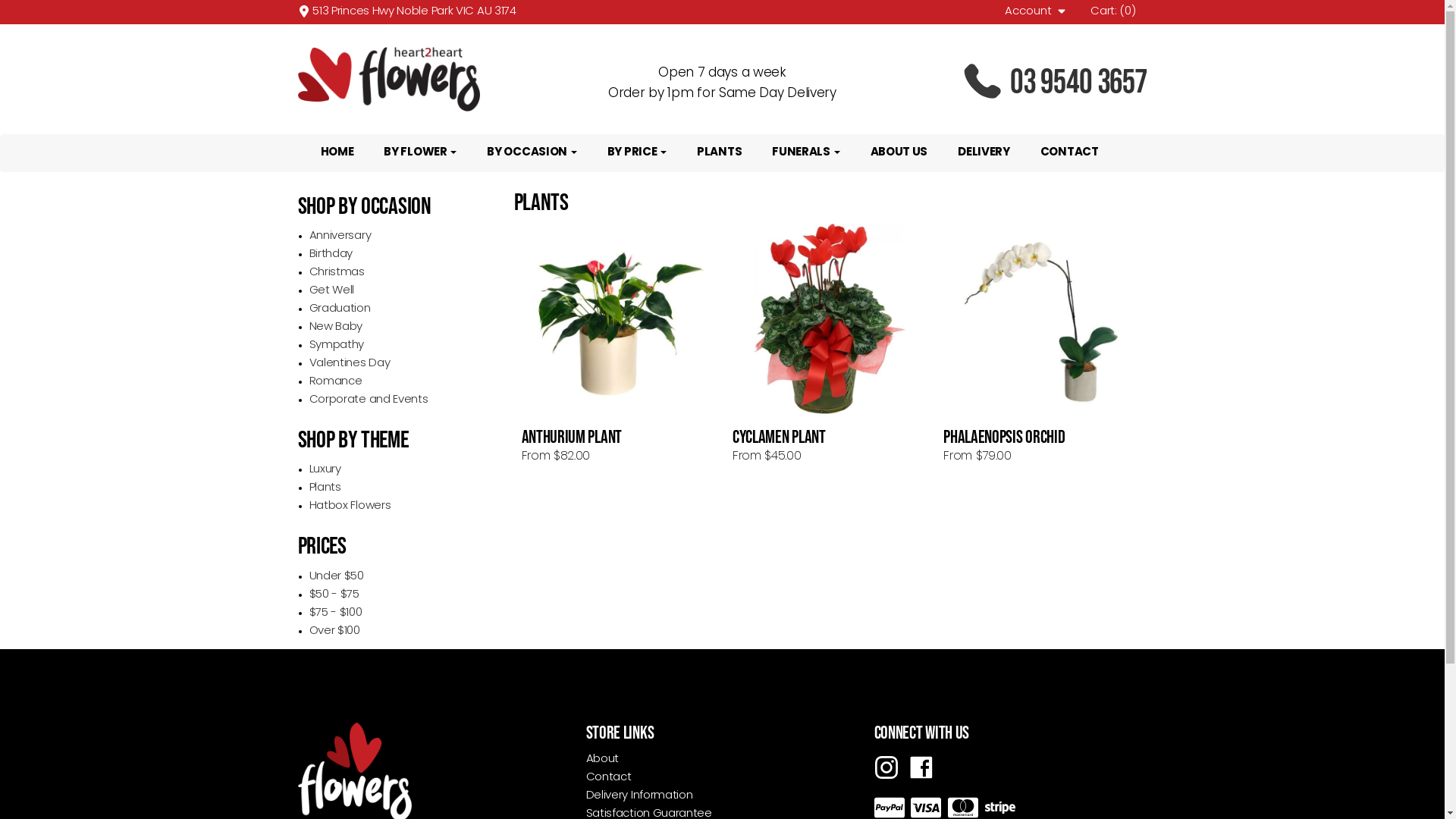  What do you see at coordinates (331, 290) in the screenshot?
I see `'Get Well'` at bounding box center [331, 290].